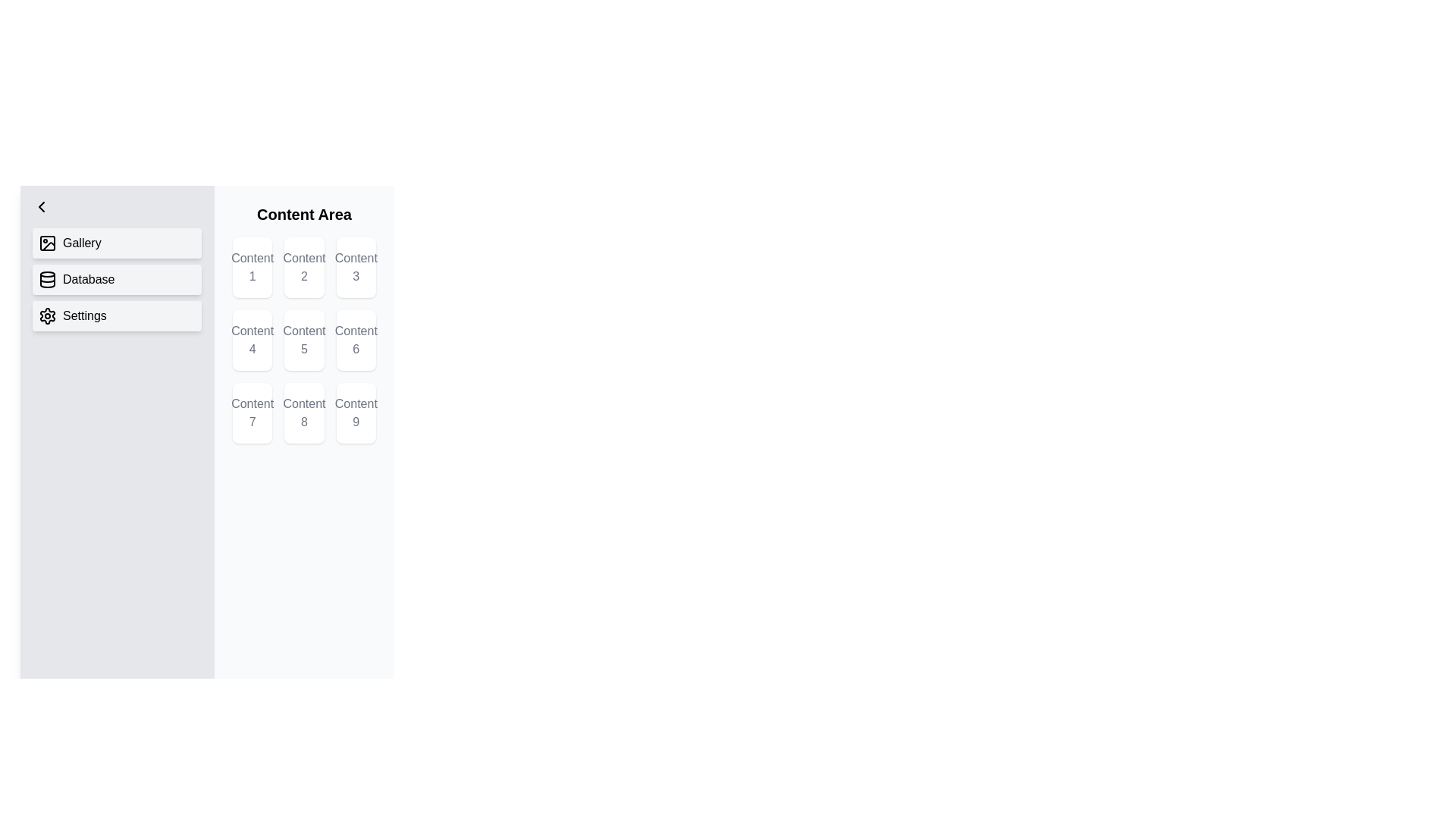 This screenshot has height=819, width=1456. What do you see at coordinates (116, 280) in the screenshot?
I see `the navigational button located in the sidebar, which is the second item in the vertical list` at bounding box center [116, 280].